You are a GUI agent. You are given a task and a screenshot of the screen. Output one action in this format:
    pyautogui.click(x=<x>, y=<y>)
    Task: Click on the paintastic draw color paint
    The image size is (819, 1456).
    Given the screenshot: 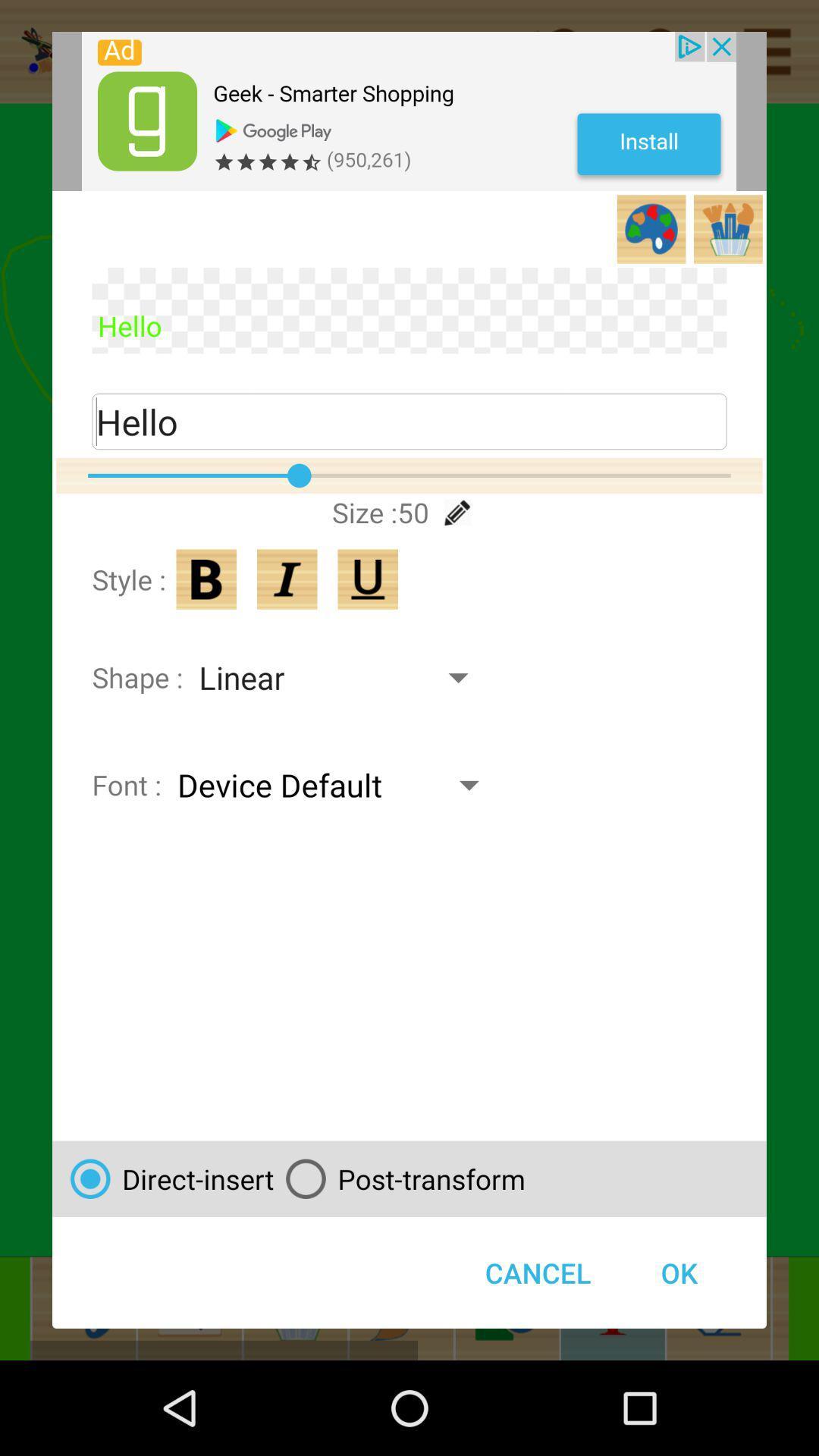 What is the action you would take?
    pyautogui.click(x=408, y=111)
    